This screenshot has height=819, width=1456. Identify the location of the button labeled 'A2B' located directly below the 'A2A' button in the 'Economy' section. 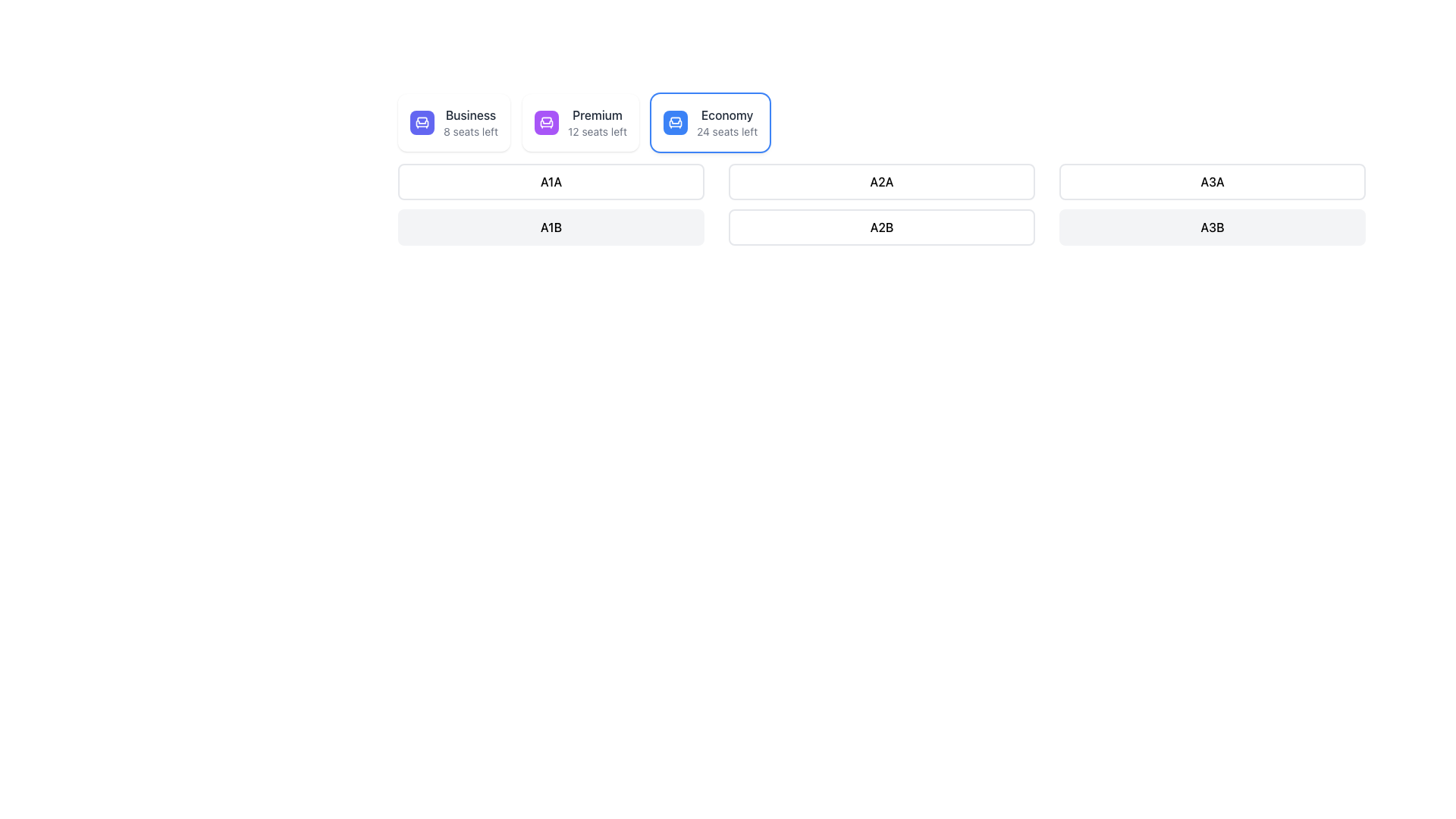
(881, 227).